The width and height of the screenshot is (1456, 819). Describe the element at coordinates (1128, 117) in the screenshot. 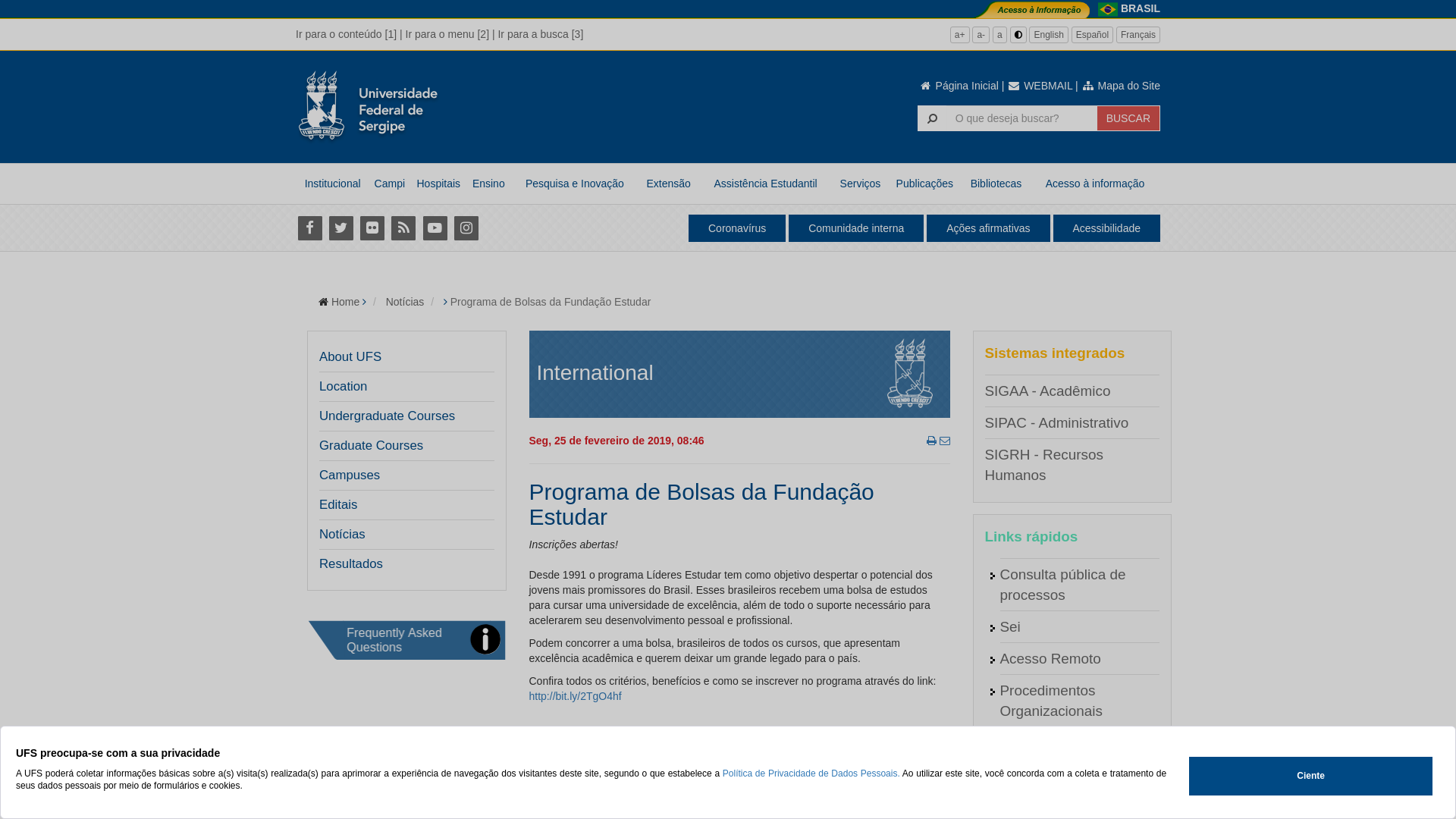

I see `'BUSCAR'` at that location.